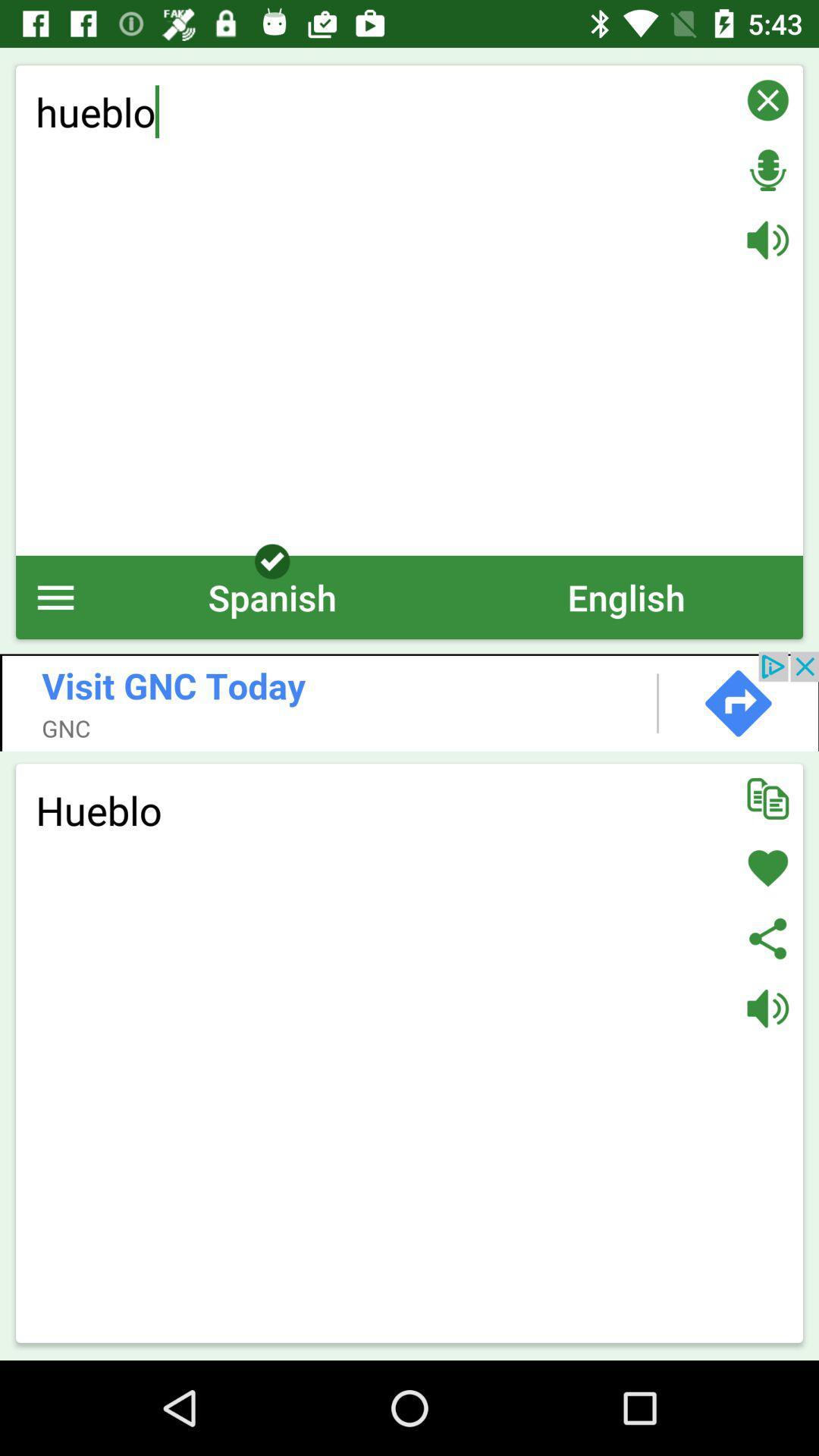  I want to click on activate speech to text, so click(767, 170).